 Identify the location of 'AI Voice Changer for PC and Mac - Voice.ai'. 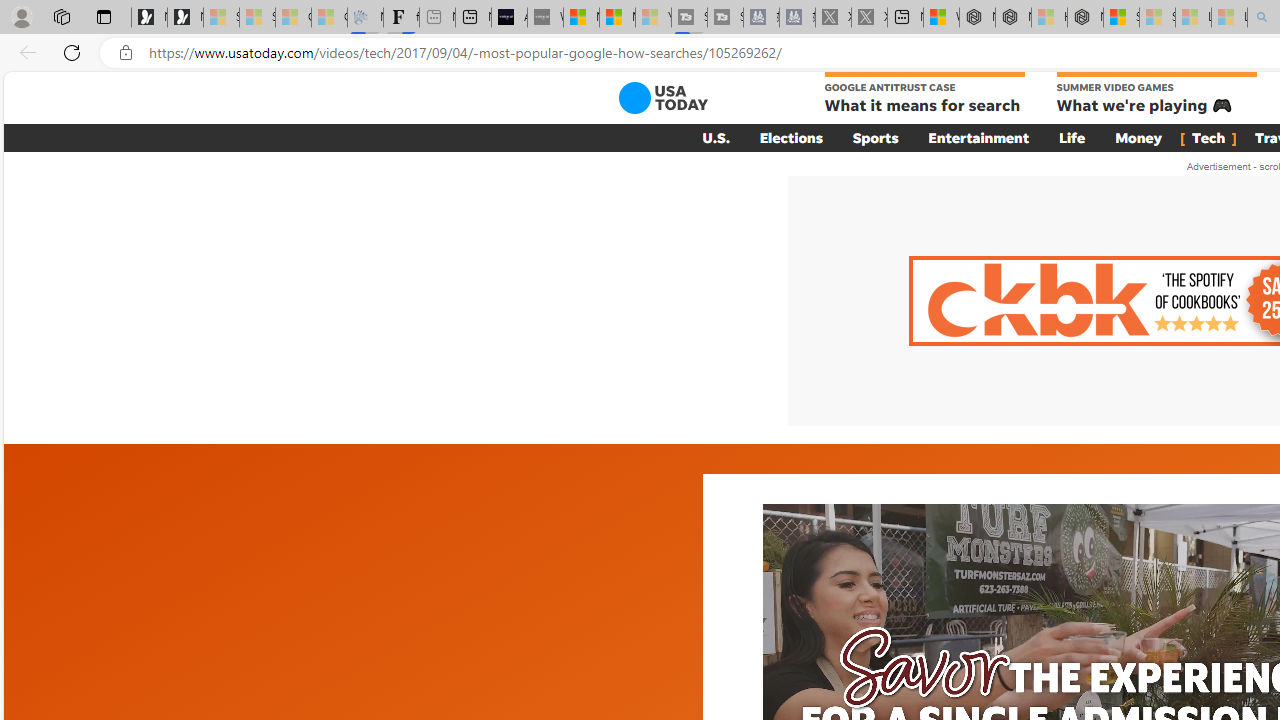
(509, 17).